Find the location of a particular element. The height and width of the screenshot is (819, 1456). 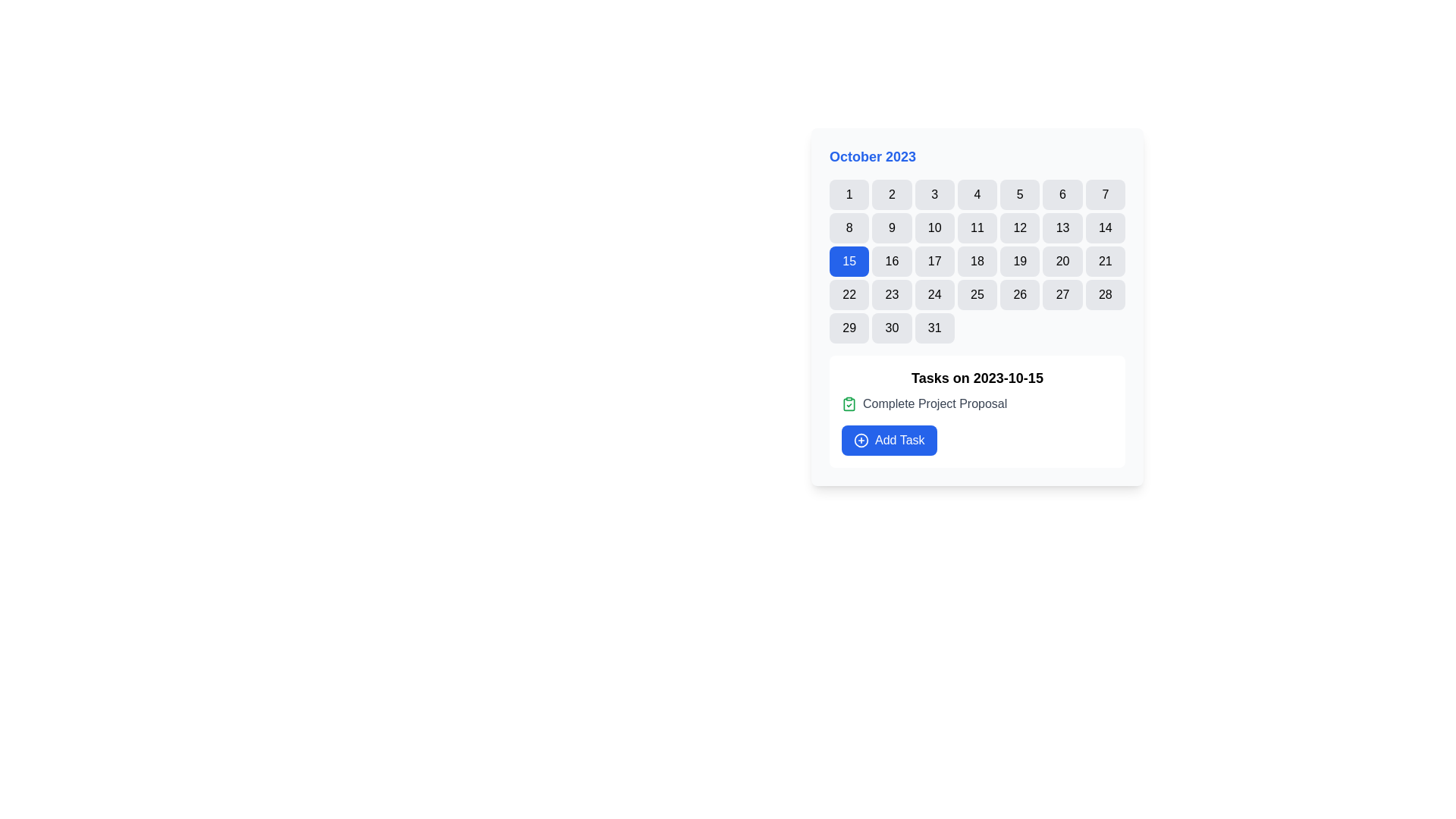

the button labeled '15' with a bold blue background is located at coordinates (849, 260).